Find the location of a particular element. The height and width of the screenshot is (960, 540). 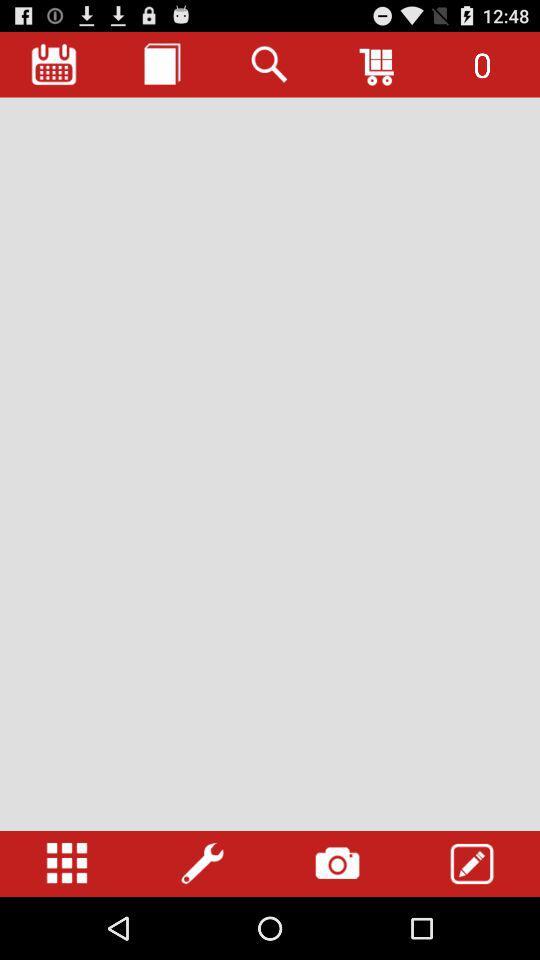

open search function is located at coordinates (270, 64).